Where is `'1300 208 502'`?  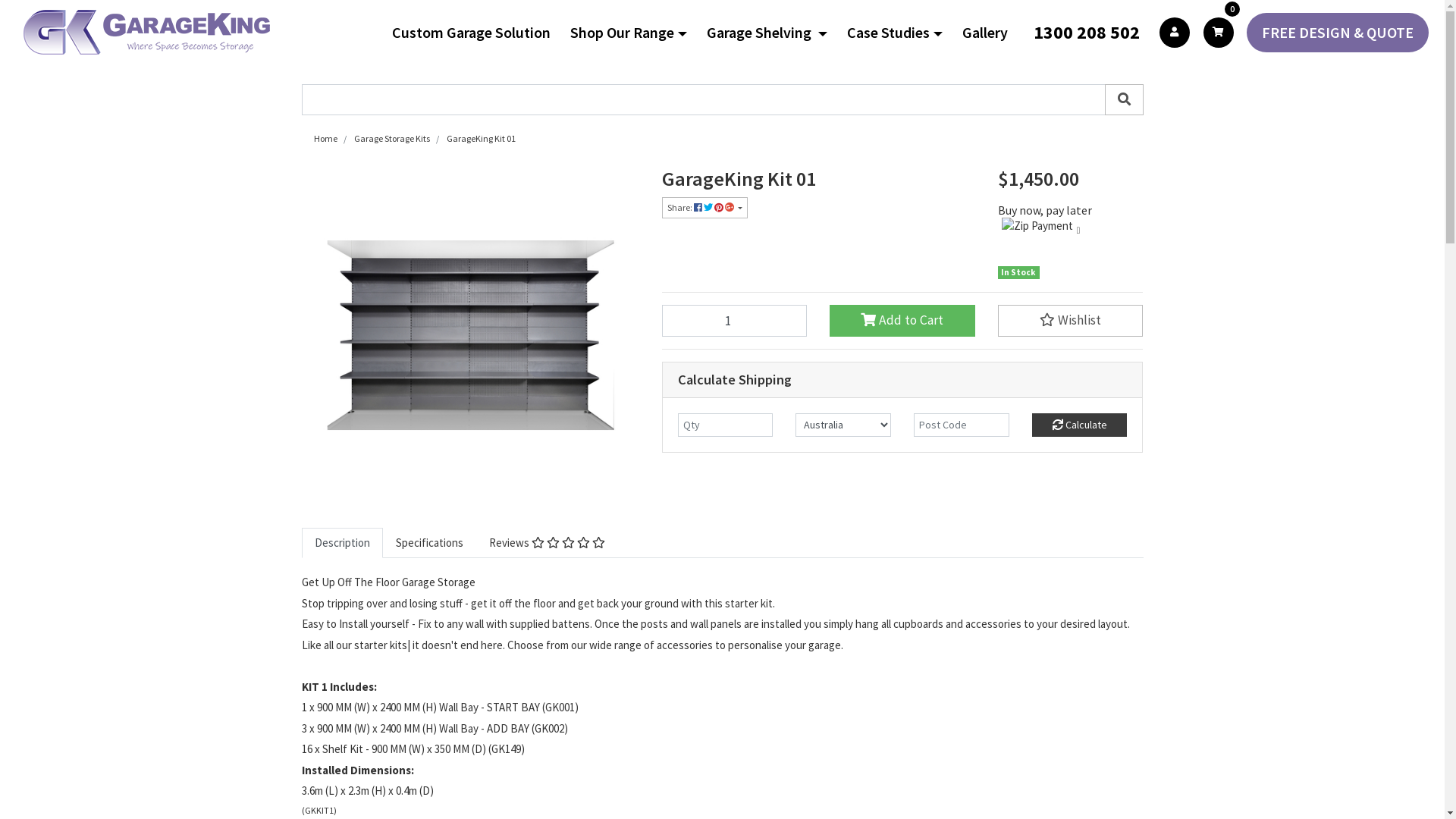
'1300 208 502' is located at coordinates (1027, 32).